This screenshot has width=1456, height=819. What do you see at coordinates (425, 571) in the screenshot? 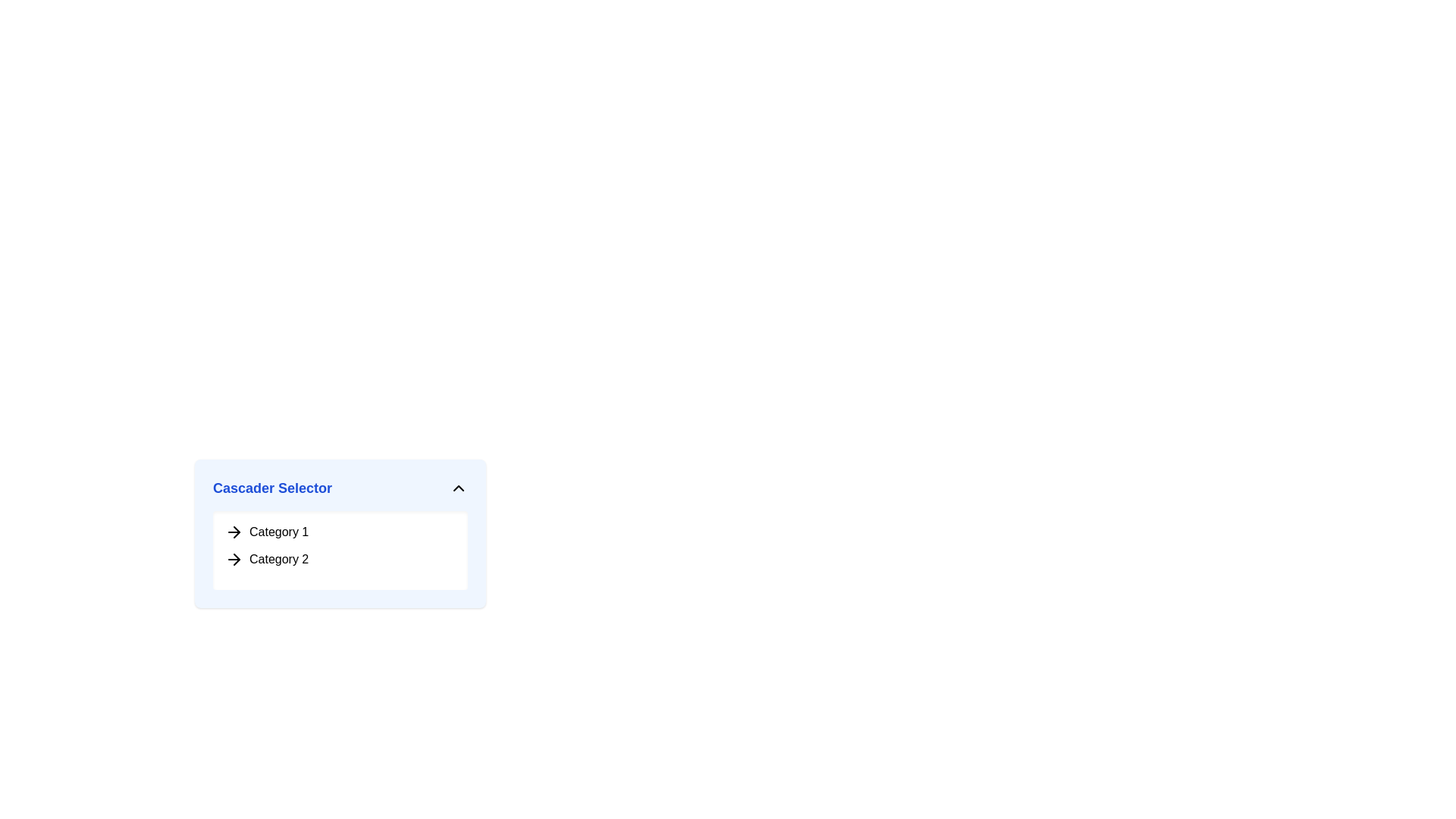
I see `the boxes in the 'Cascader Selector' pop-up menu` at bounding box center [425, 571].